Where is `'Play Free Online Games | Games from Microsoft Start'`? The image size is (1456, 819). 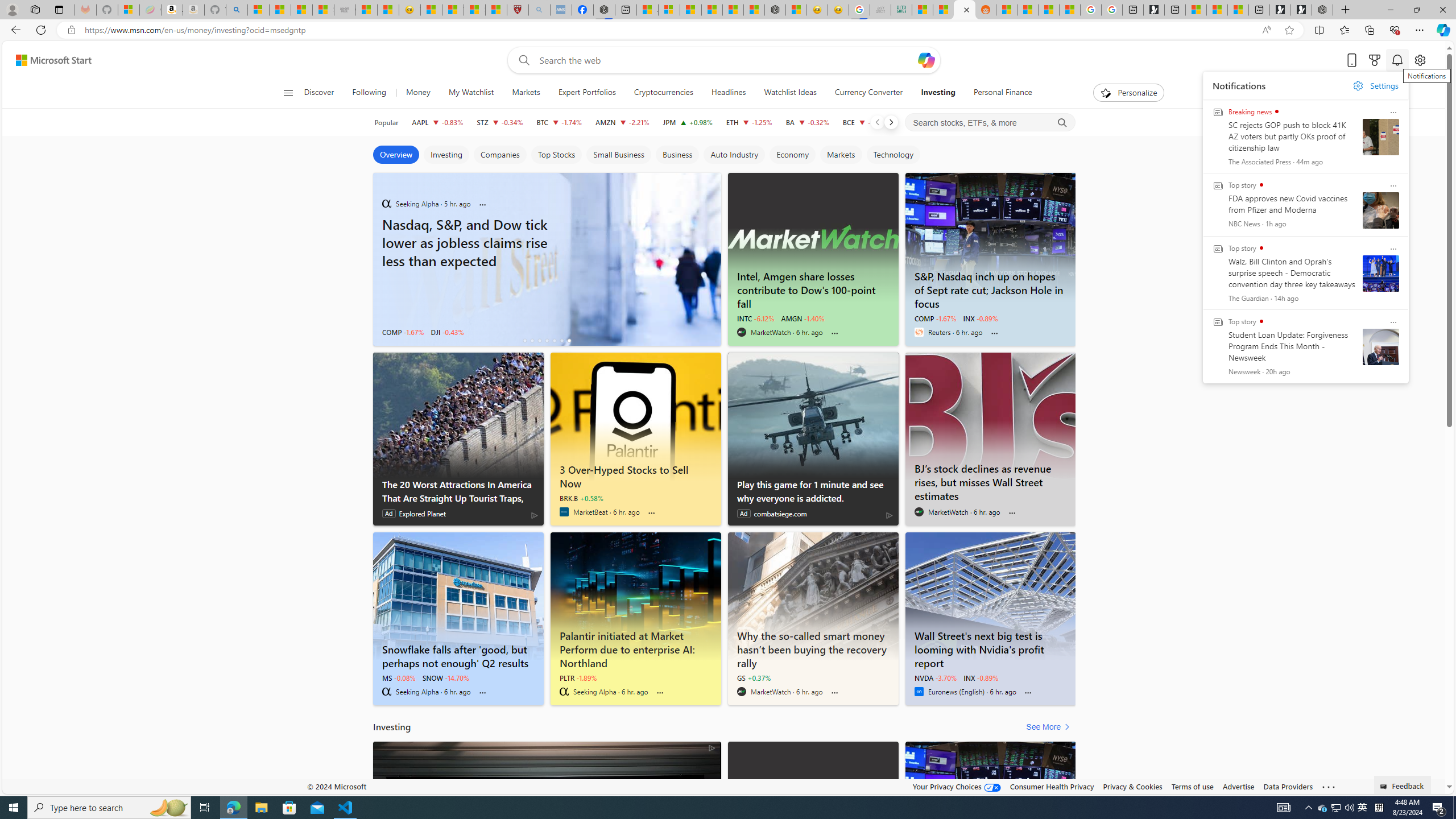
'Play Free Online Games | Games from Microsoft Start' is located at coordinates (1300, 9).